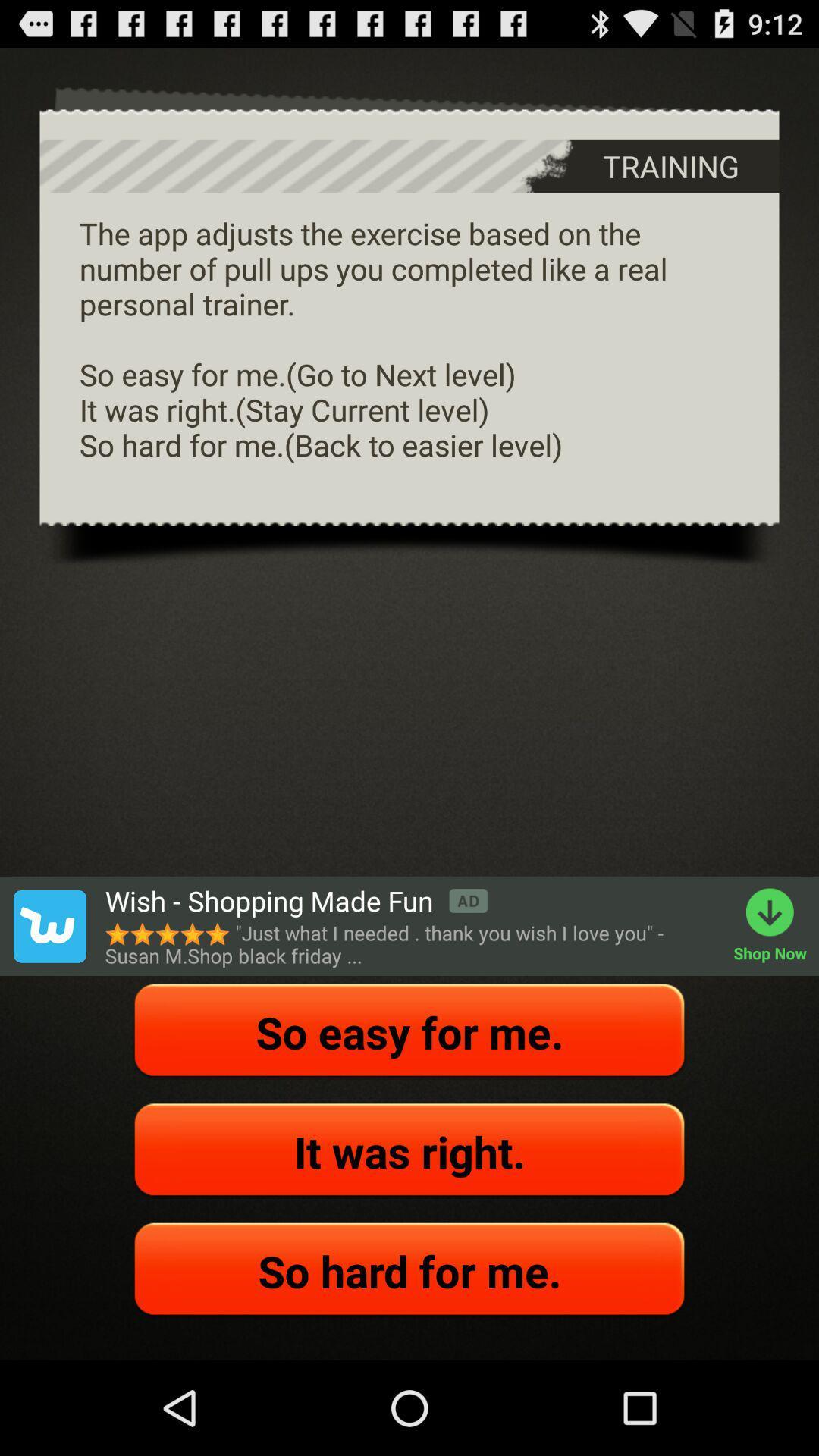  I want to click on the wish shopping made, so click(296, 901).